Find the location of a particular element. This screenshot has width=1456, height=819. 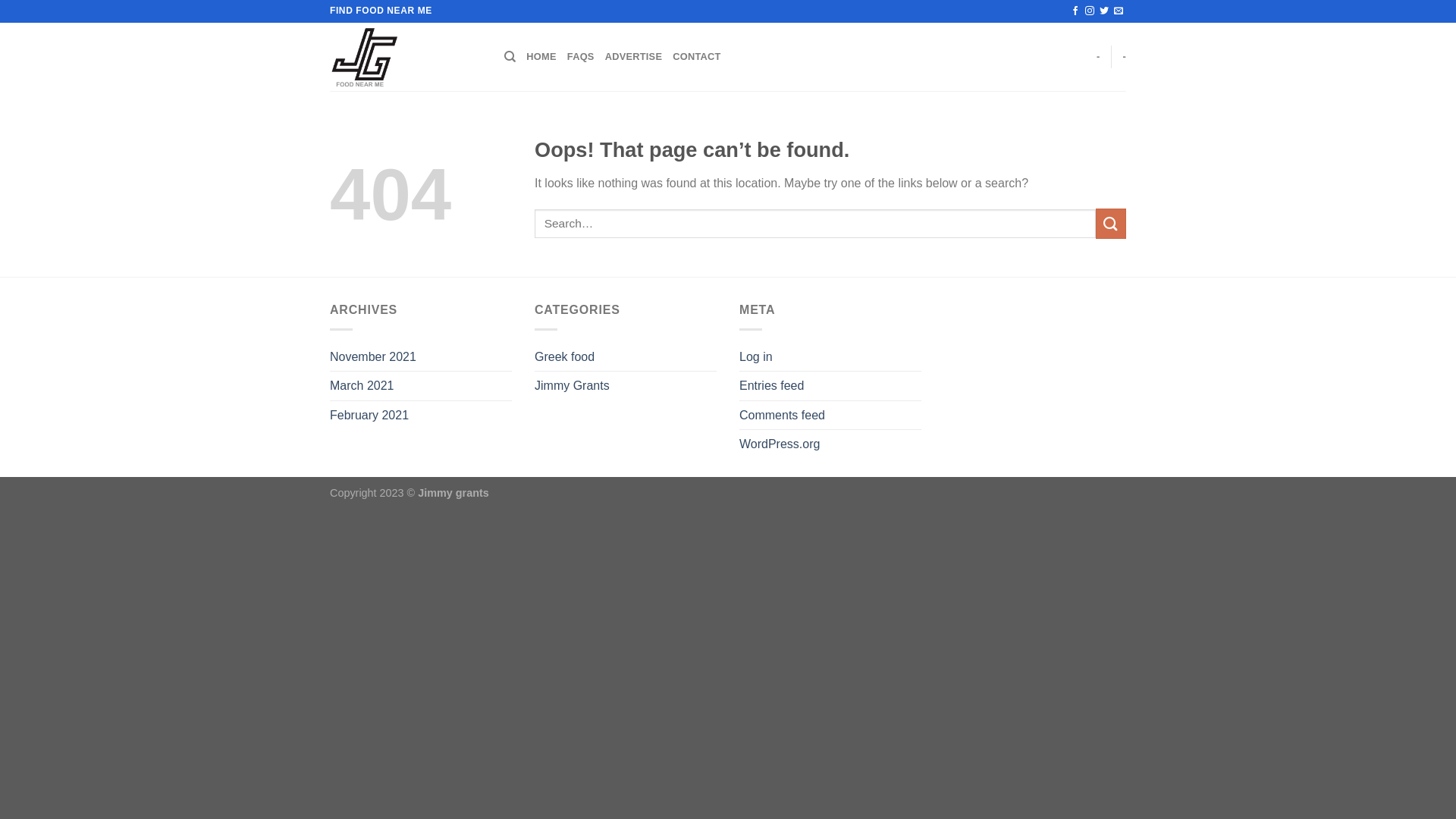

'Entries feed' is located at coordinates (771, 385).